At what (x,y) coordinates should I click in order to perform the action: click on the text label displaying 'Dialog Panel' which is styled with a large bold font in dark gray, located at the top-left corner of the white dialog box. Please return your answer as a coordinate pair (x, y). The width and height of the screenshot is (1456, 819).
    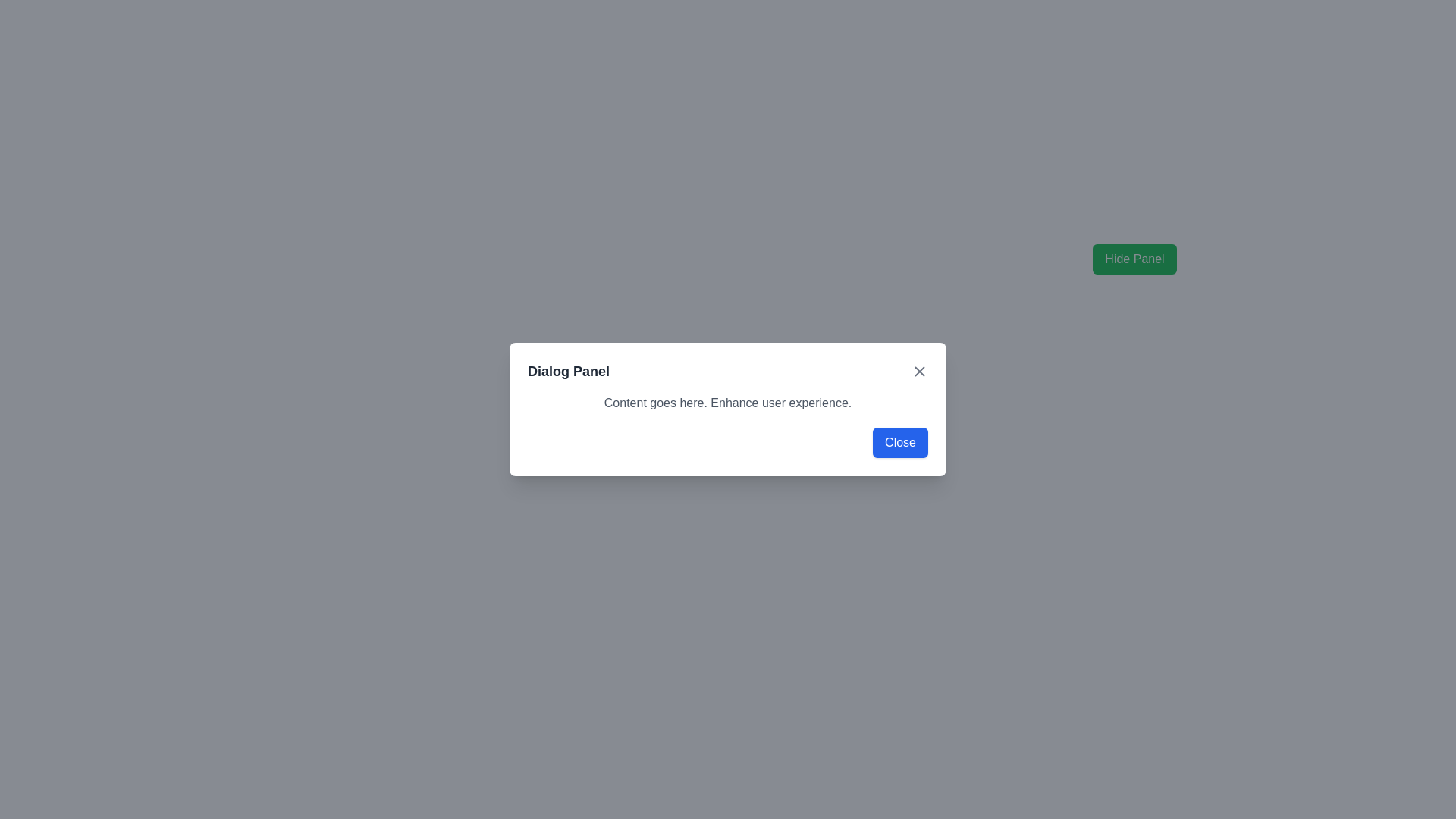
    Looking at the image, I should click on (567, 371).